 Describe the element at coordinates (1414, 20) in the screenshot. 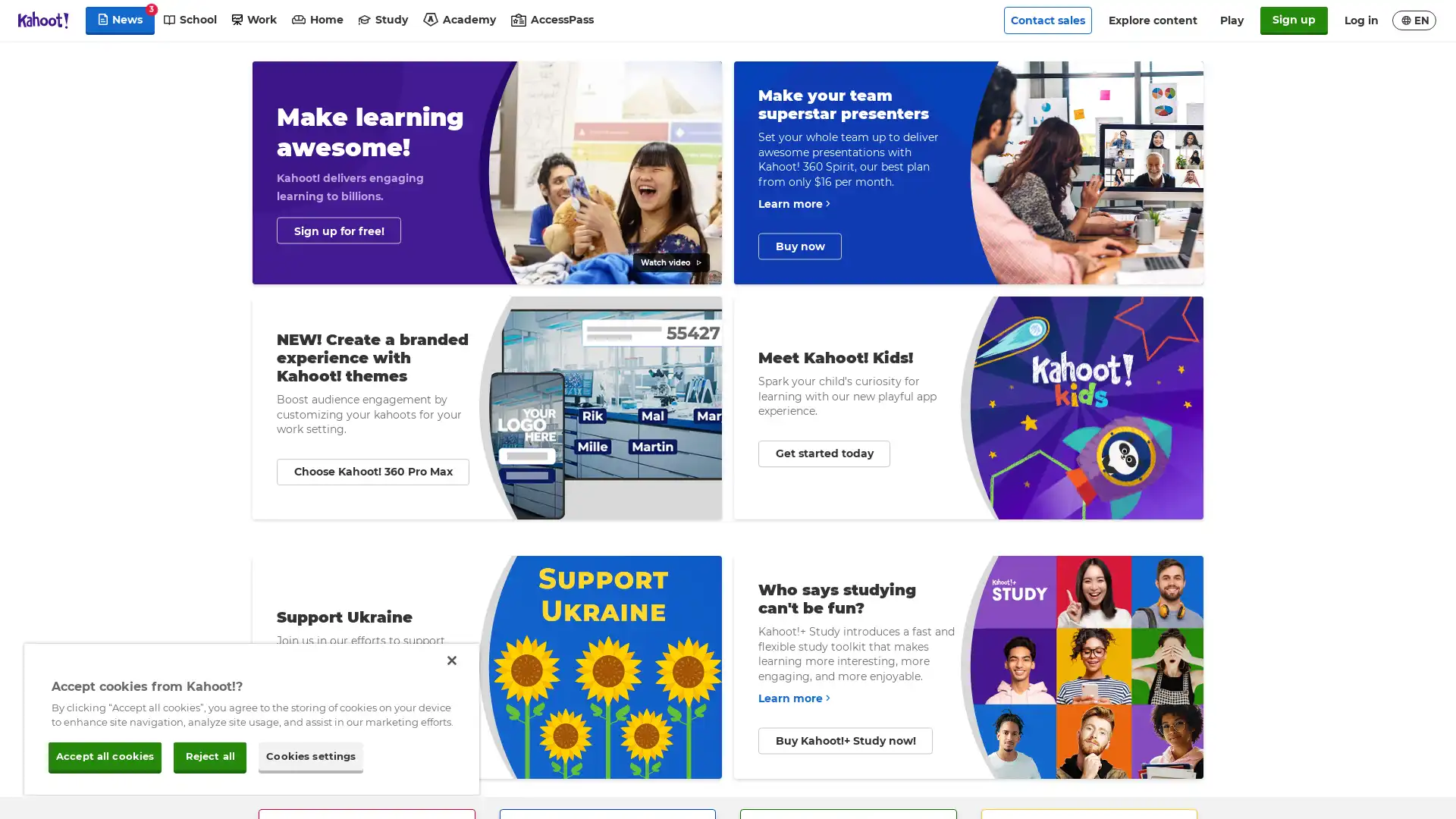

I see `Language switcher dropdown` at that location.